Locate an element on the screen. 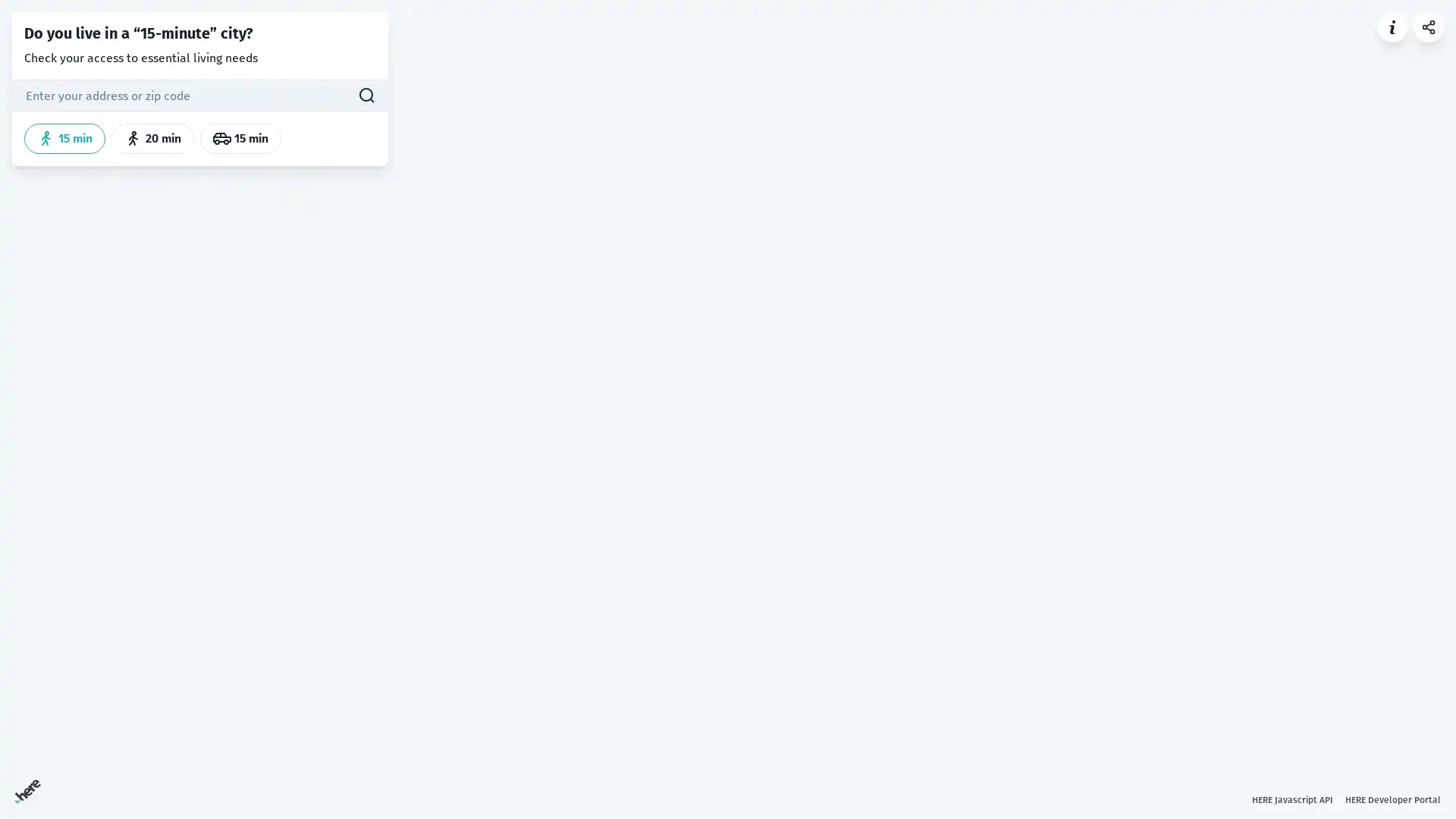  15 min is located at coordinates (240, 138).